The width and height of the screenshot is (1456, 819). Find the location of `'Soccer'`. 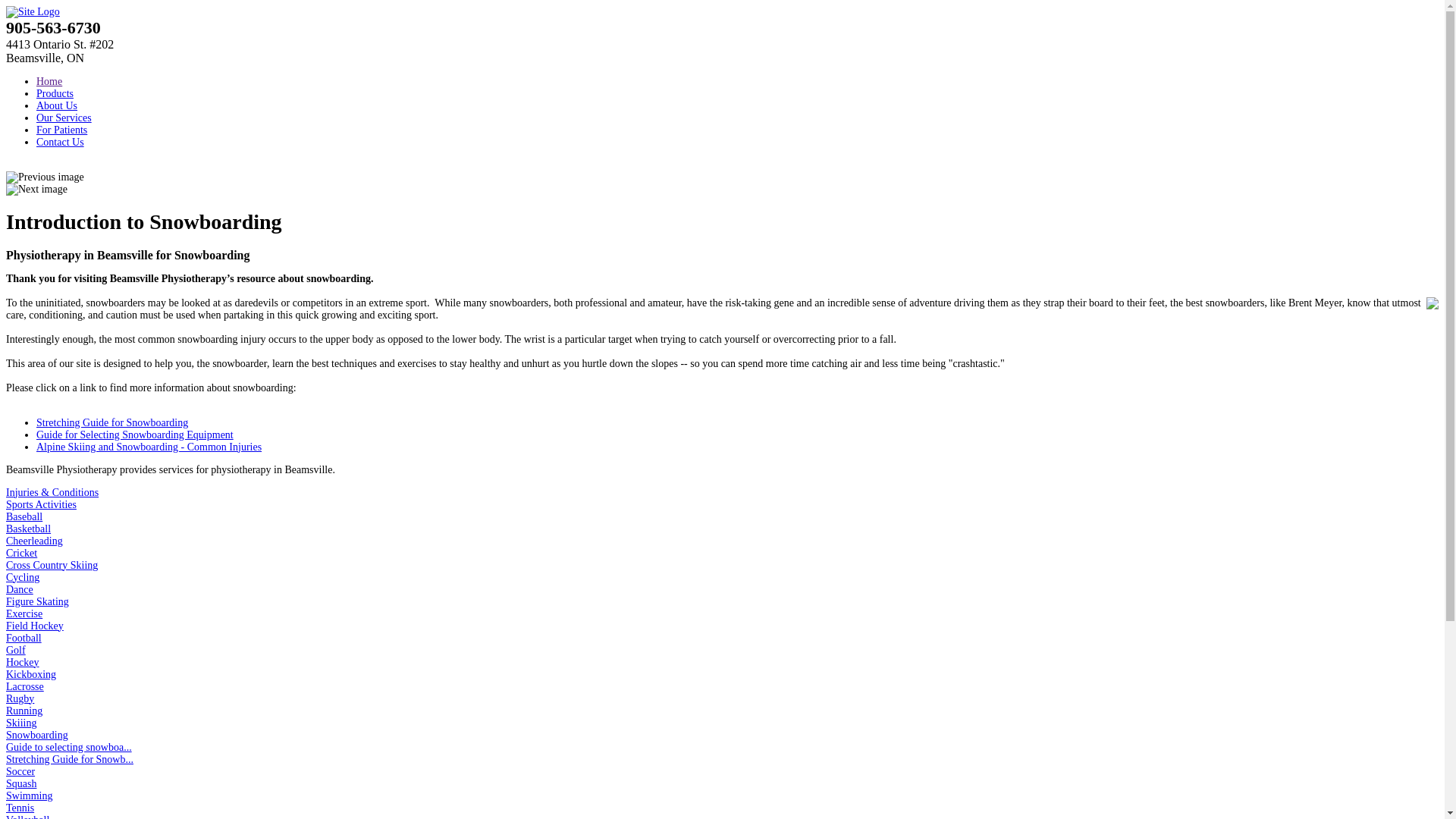

'Soccer' is located at coordinates (20, 771).